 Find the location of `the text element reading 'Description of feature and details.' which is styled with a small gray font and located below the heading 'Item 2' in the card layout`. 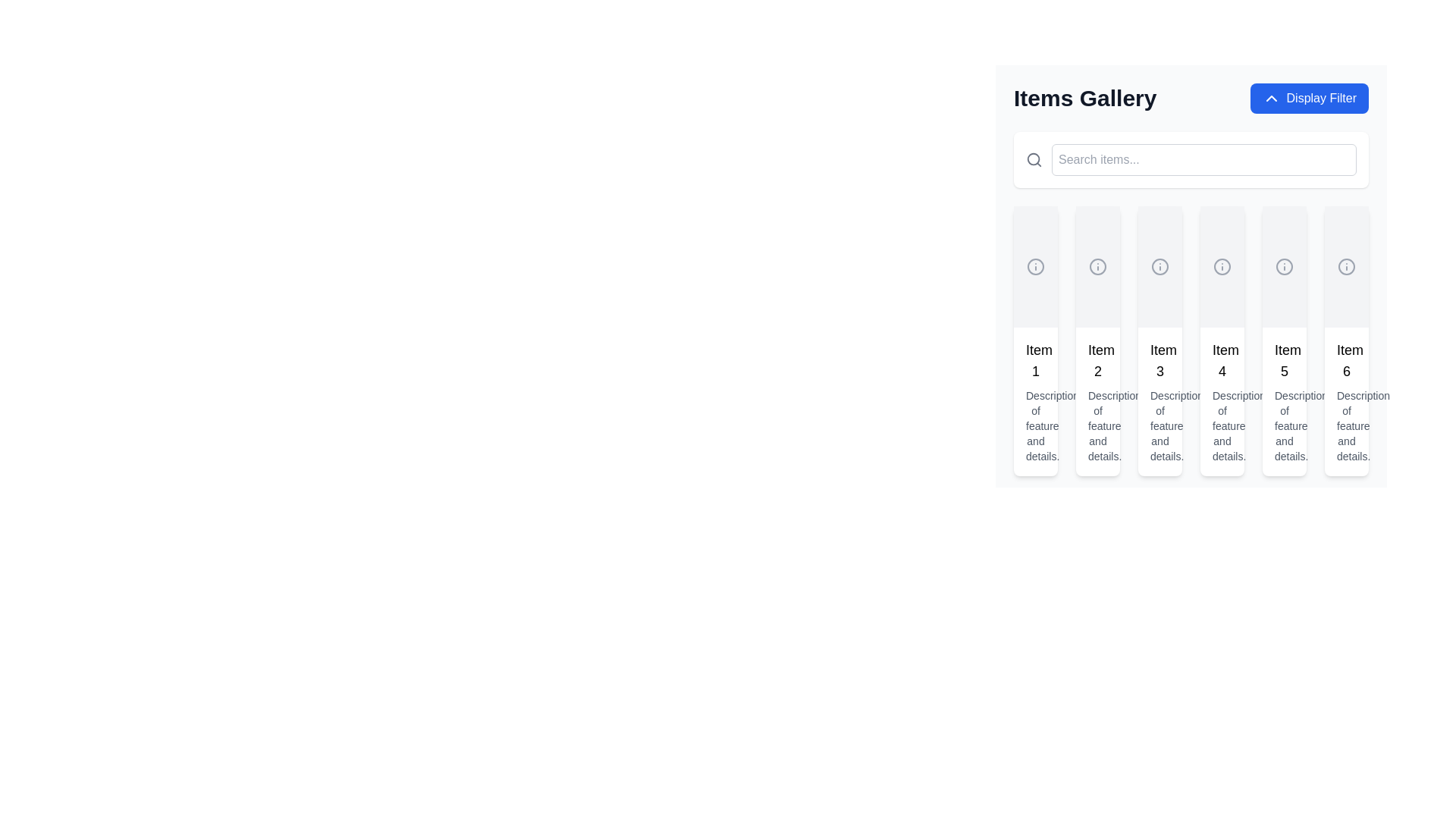

the text element reading 'Description of feature and details.' which is styled with a small gray font and located below the heading 'Item 2' in the card layout is located at coordinates (1098, 426).